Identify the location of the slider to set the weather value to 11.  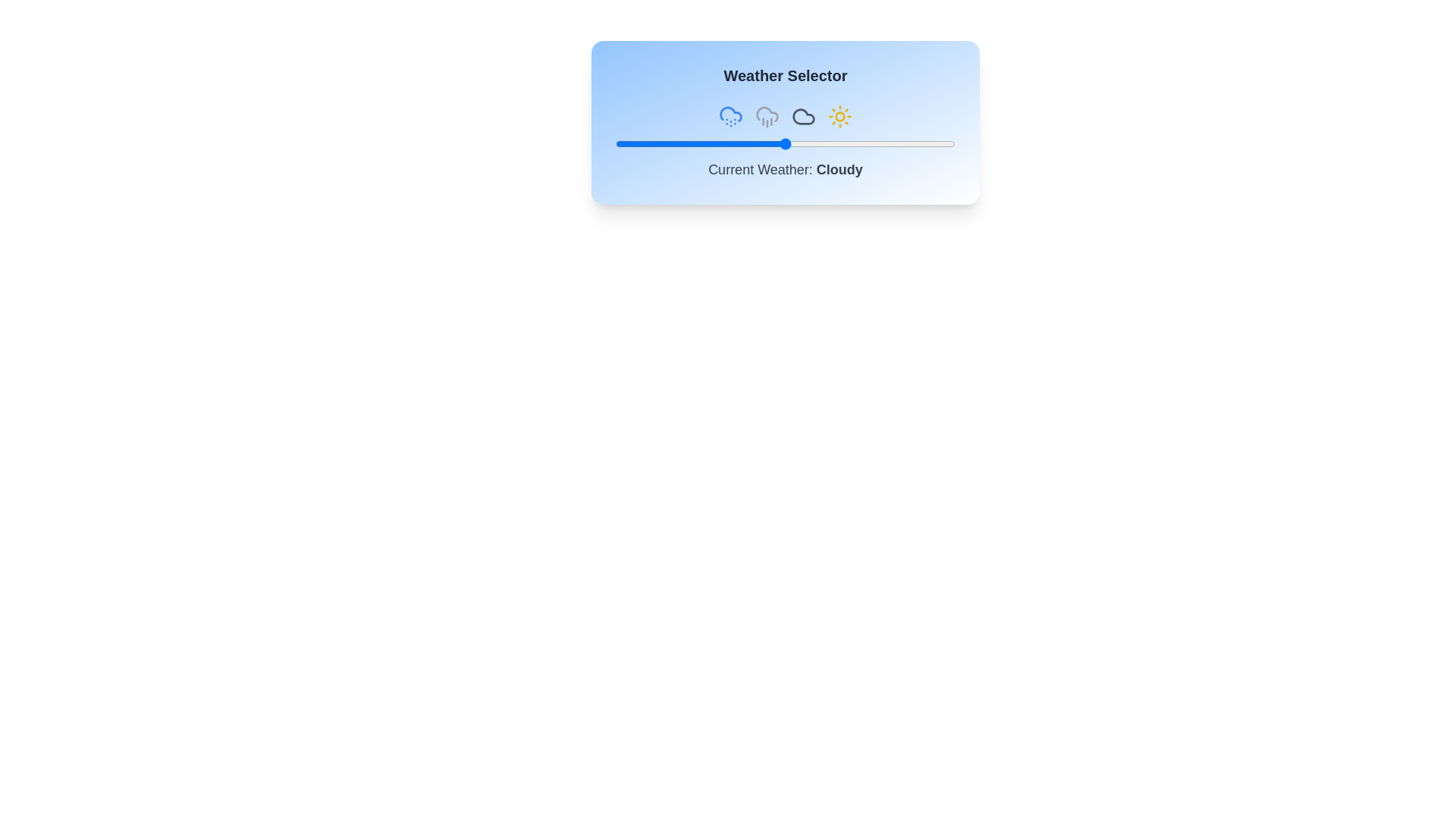
(653, 143).